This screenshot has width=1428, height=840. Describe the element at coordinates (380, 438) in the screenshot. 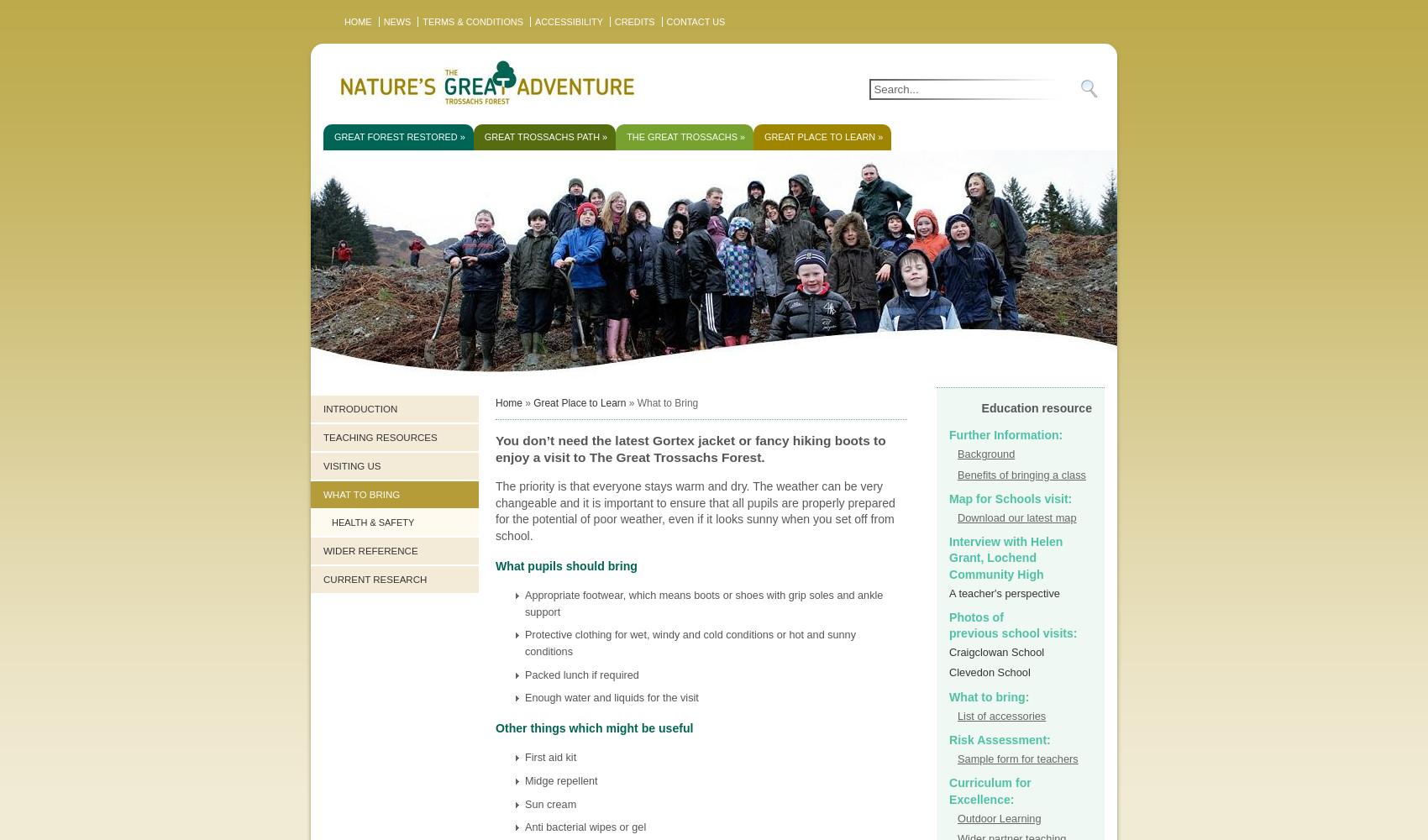

I see `'Teaching Resources'` at that location.